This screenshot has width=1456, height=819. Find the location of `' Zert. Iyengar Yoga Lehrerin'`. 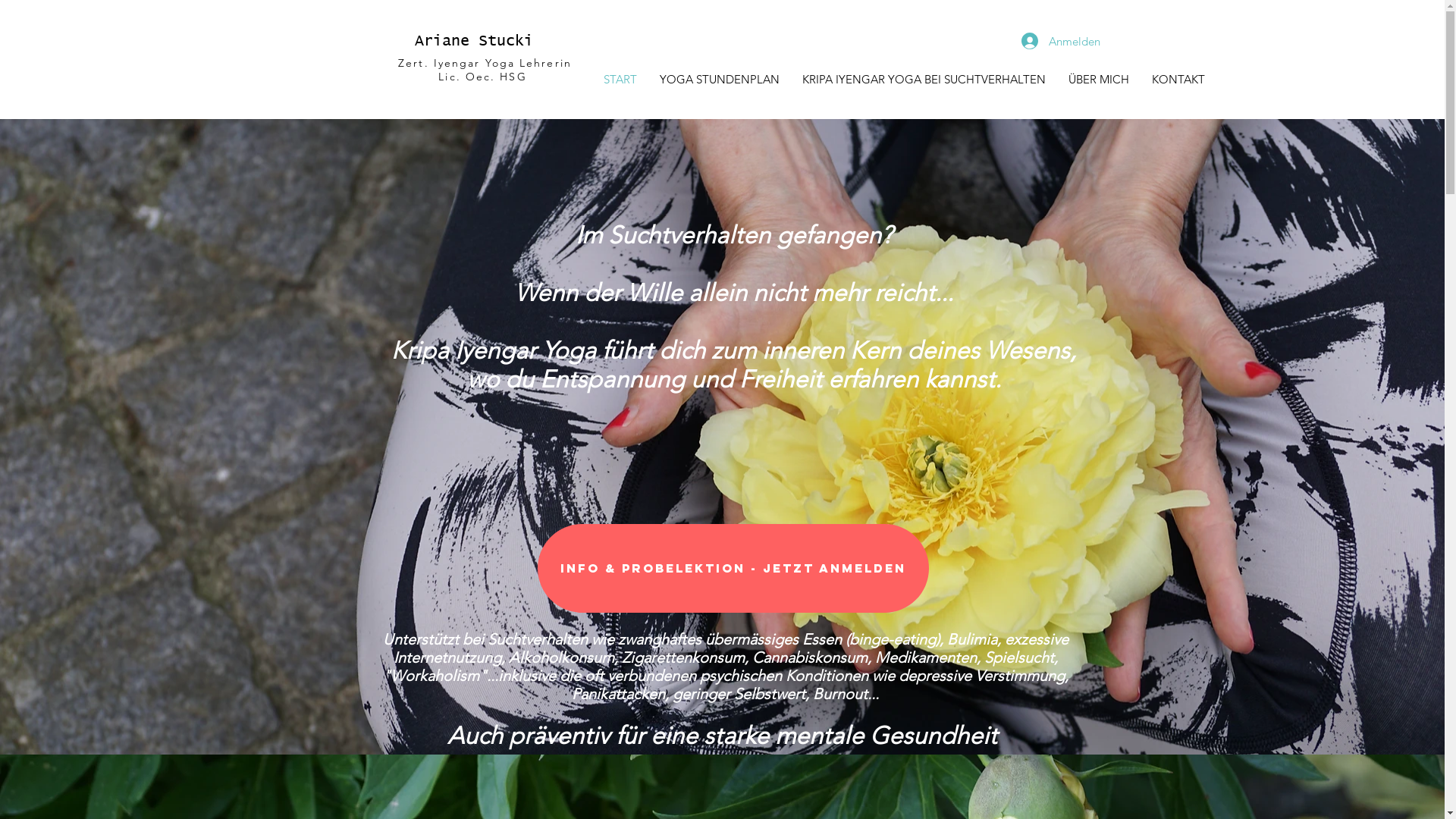

' Zert. Iyengar Yoga Lehrerin' is located at coordinates (482, 62).